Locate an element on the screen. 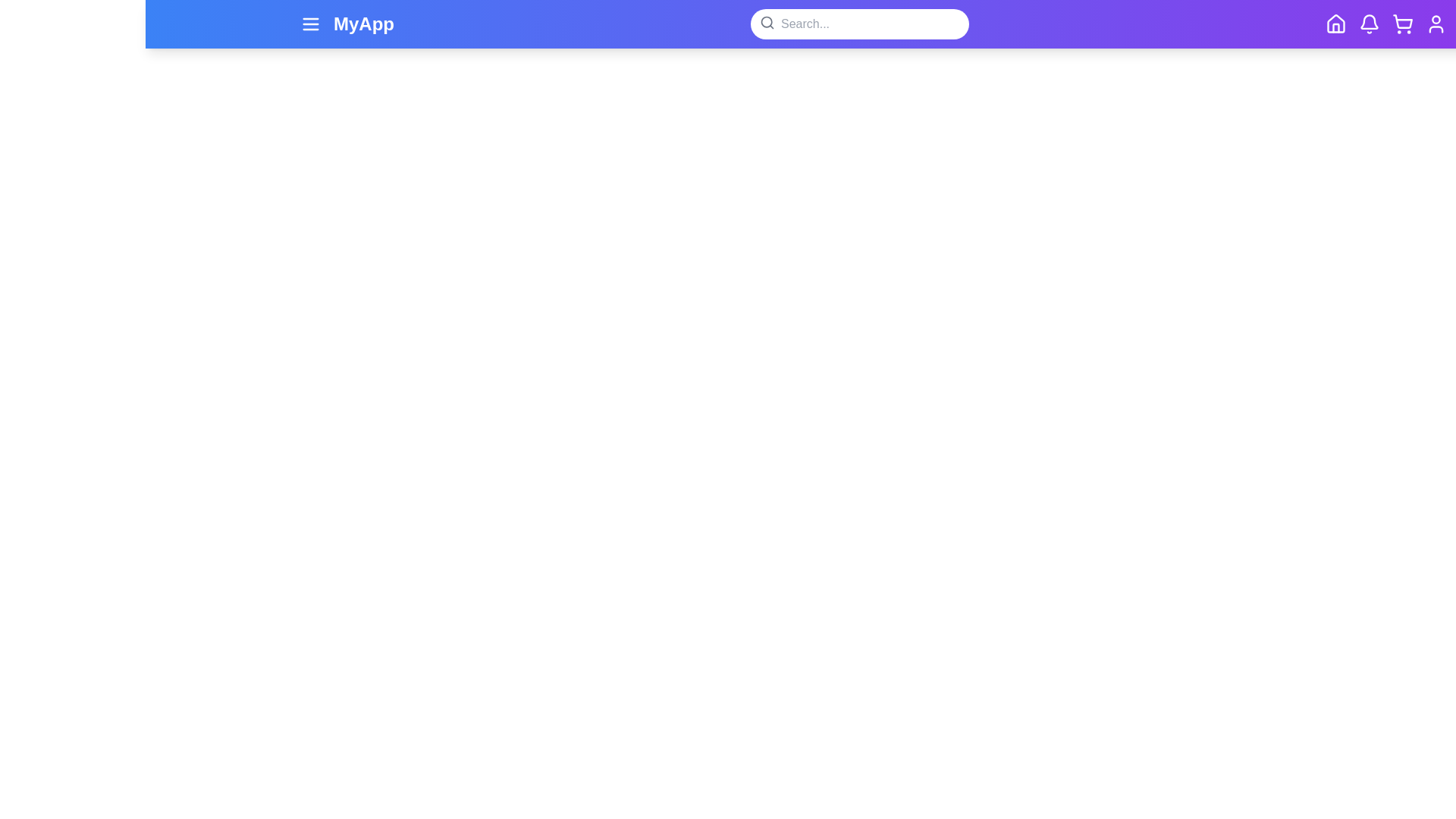 The width and height of the screenshot is (1456, 819). the icon with the specified name: bell is located at coordinates (1369, 24).